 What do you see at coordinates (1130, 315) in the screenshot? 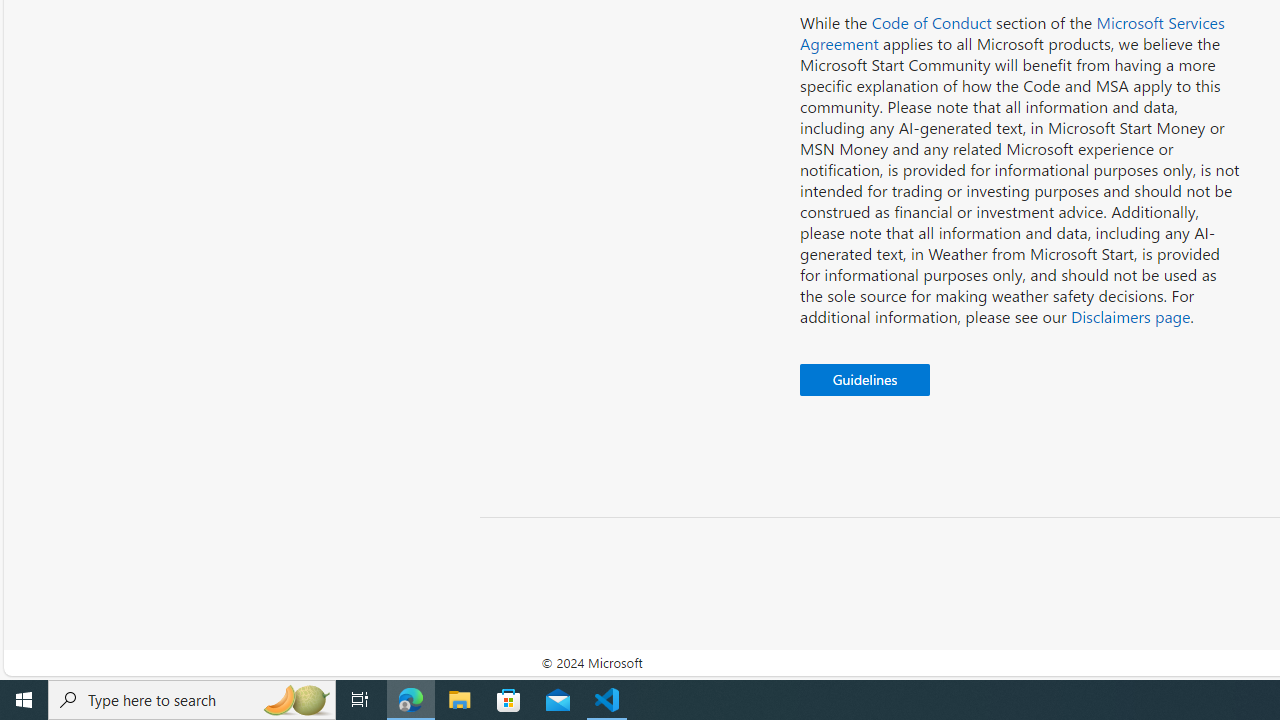
I see `'Disclaimers page'` at bounding box center [1130, 315].